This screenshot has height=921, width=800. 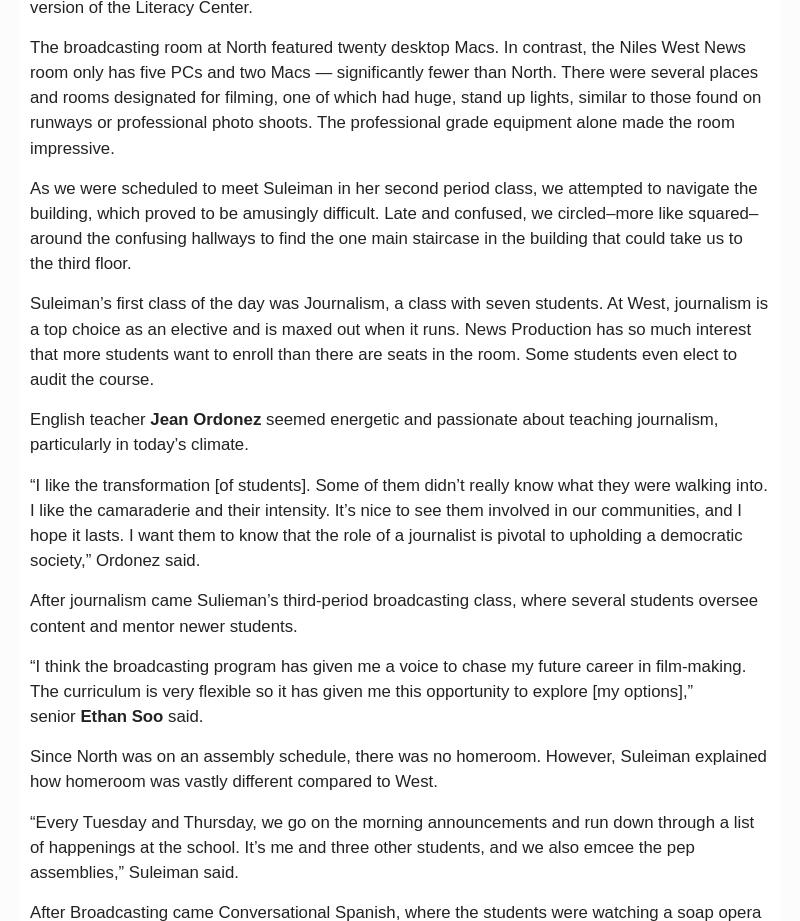 What do you see at coordinates (90, 419) in the screenshot?
I see `'English teacher'` at bounding box center [90, 419].